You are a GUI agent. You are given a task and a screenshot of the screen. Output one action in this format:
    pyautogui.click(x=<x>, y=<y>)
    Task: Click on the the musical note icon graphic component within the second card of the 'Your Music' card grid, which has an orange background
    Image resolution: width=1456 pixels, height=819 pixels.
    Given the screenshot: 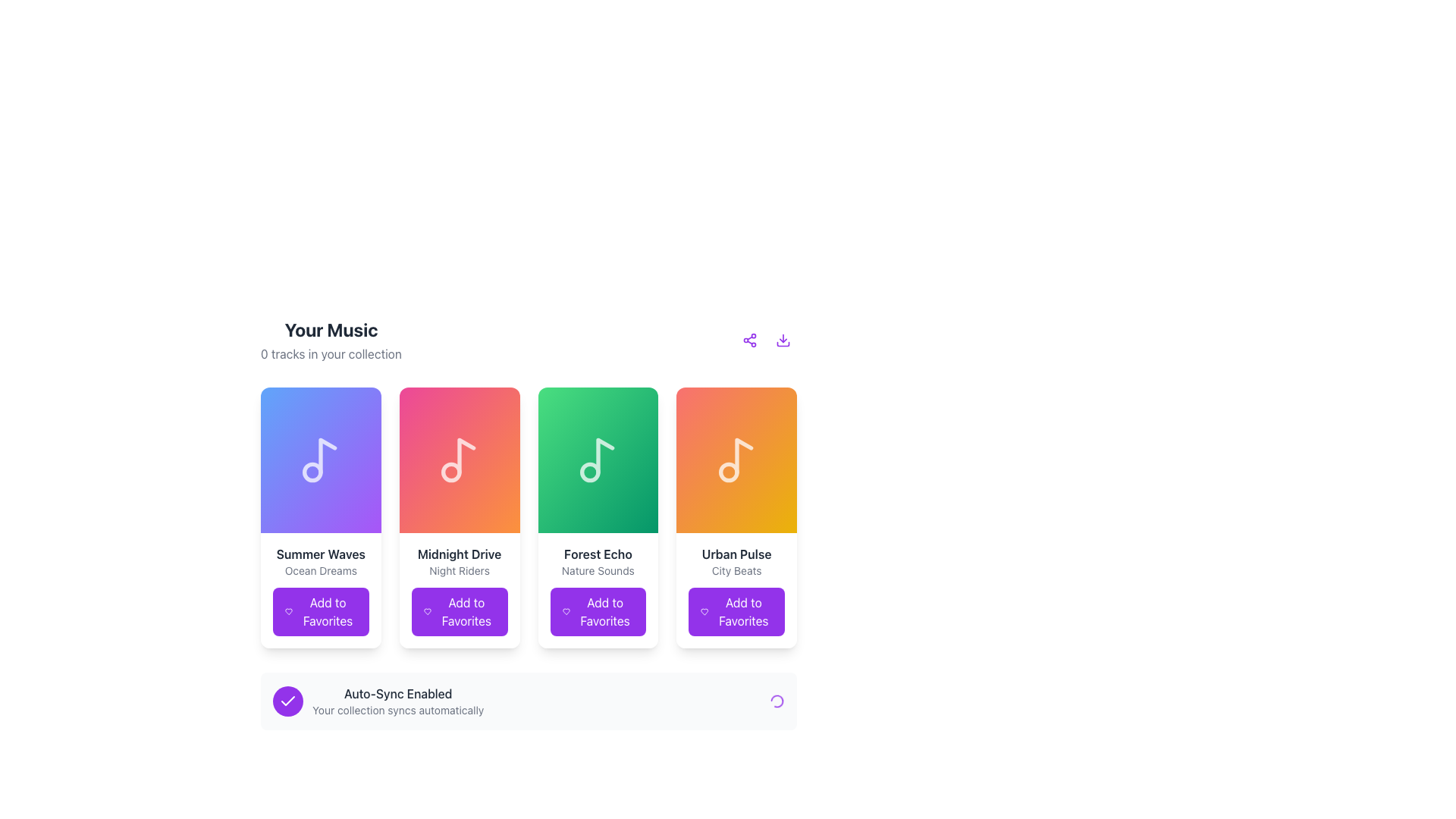 What is the action you would take?
    pyautogui.click(x=466, y=455)
    